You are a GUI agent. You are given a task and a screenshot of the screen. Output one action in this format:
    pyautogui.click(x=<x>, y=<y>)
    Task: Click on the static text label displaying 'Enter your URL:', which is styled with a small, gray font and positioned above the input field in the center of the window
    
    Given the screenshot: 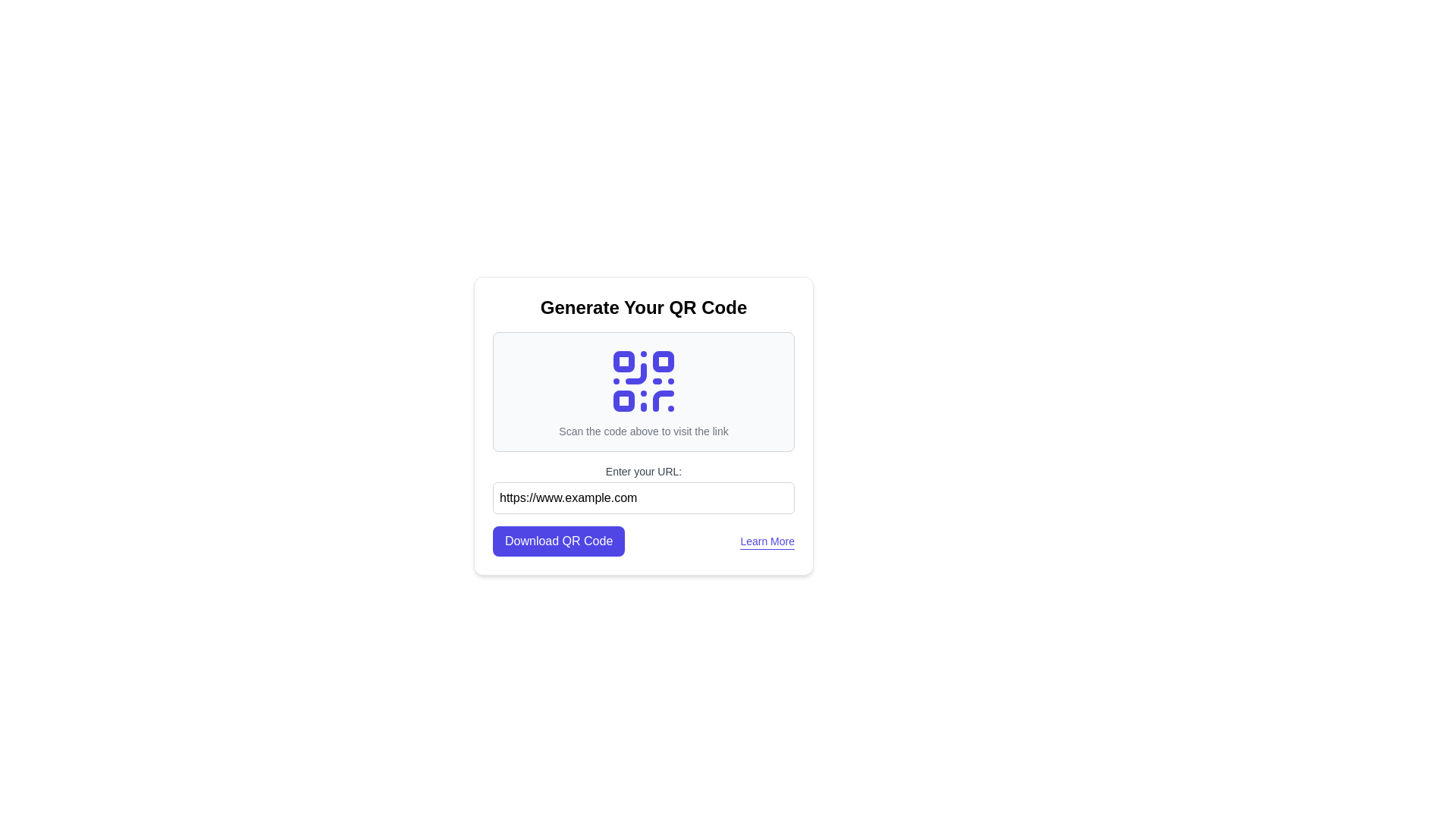 What is the action you would take?
    pyautogui.click(x=644, y=470)
    